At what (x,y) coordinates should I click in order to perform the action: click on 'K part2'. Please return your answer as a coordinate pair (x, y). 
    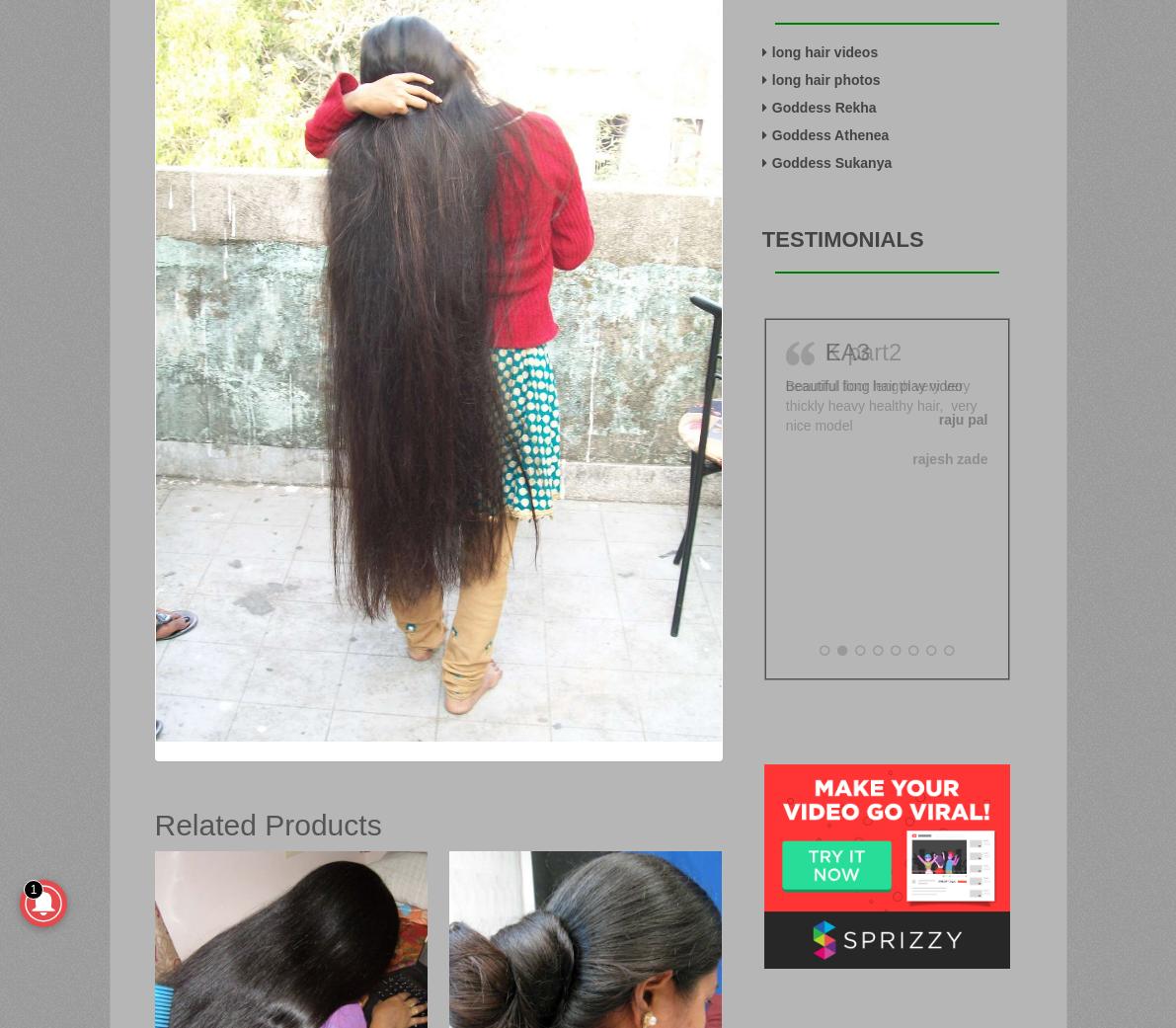
    Looking at the image, I should click on (824, 352).